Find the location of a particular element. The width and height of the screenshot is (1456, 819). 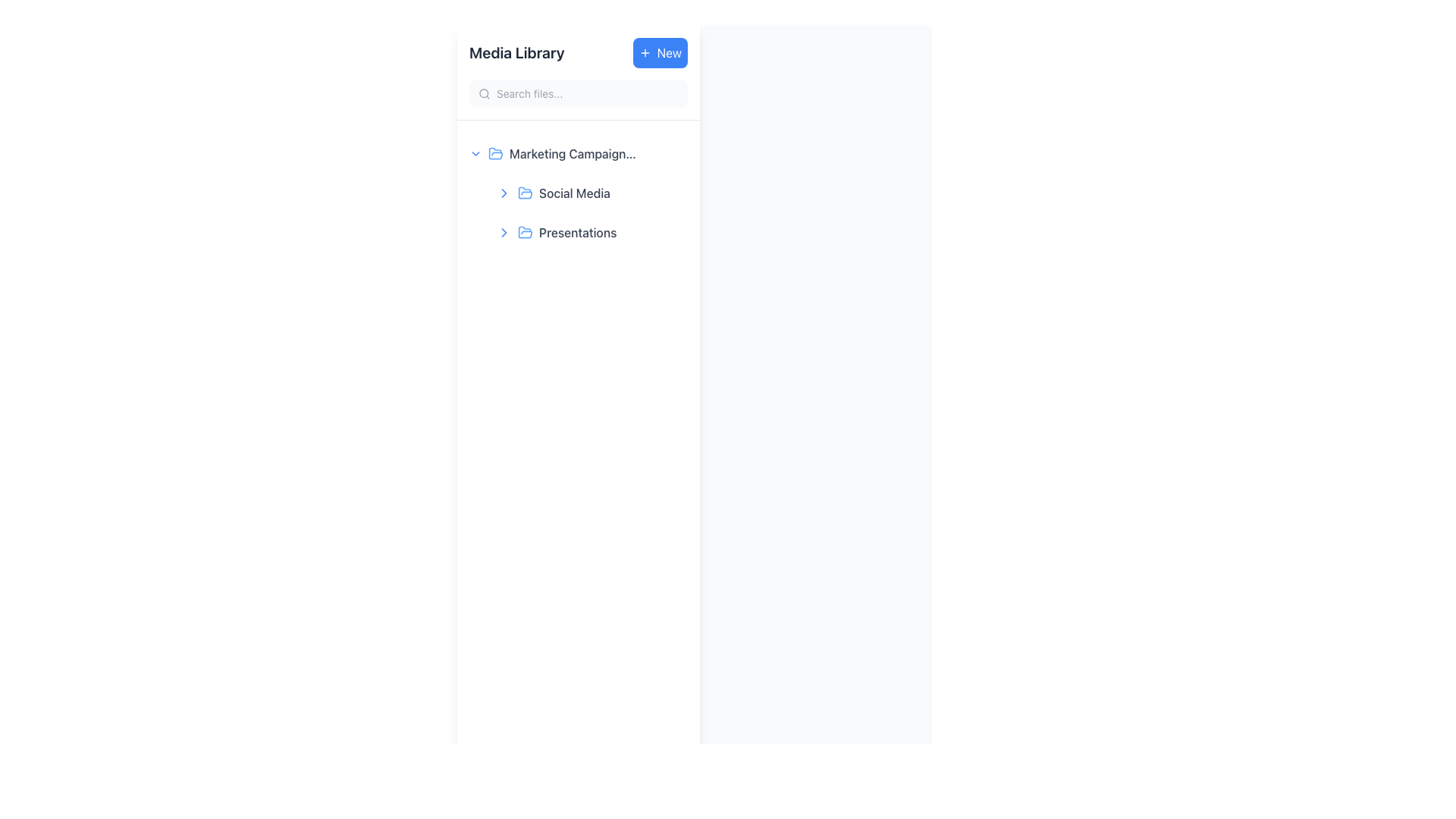

the Dropdown indicator (chevron icon) is located at coordinates (504, 233).